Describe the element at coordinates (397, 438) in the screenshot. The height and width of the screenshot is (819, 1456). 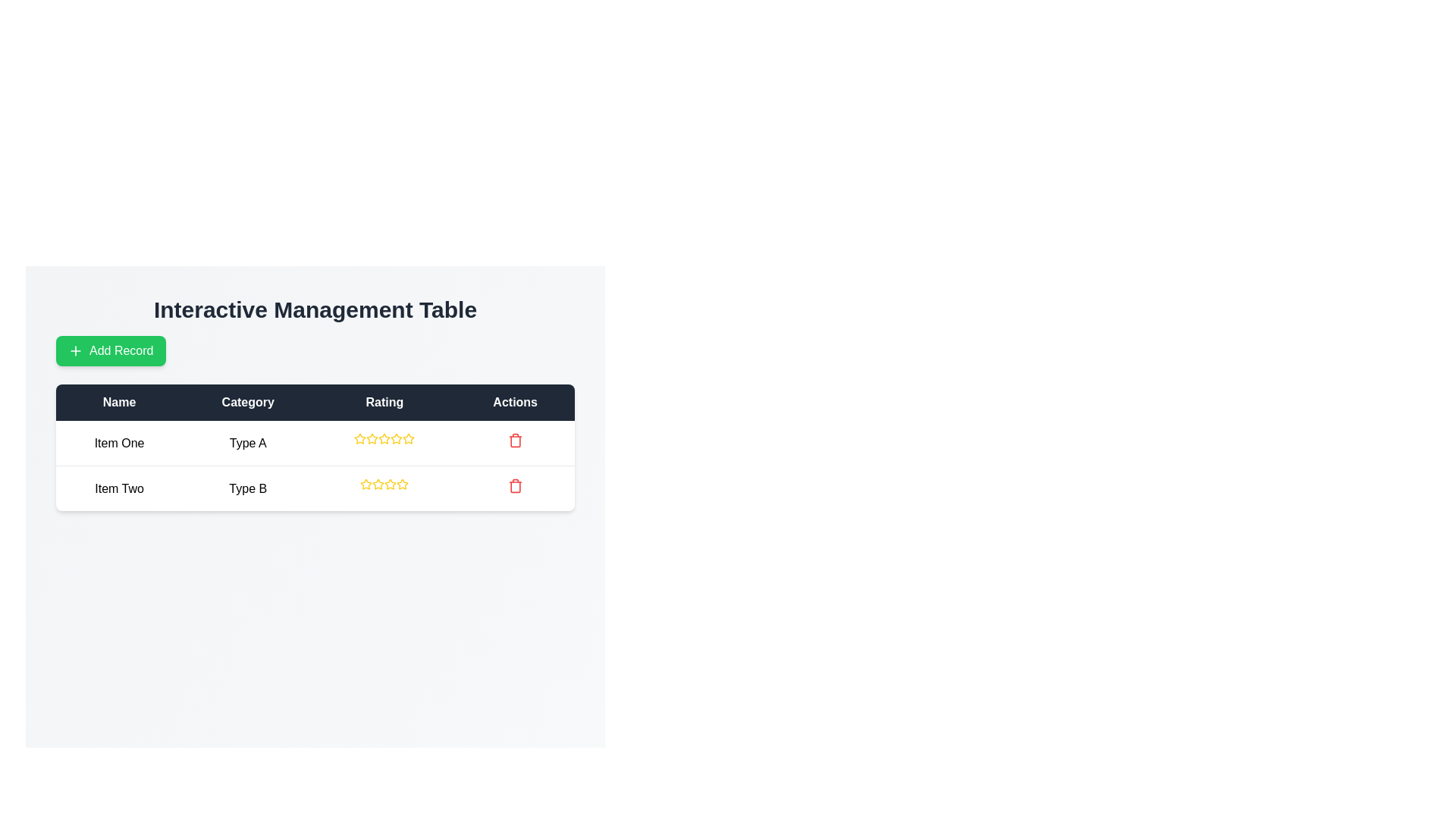
I see `the fifth star icon in the rating system for 'Item One'` at that location.